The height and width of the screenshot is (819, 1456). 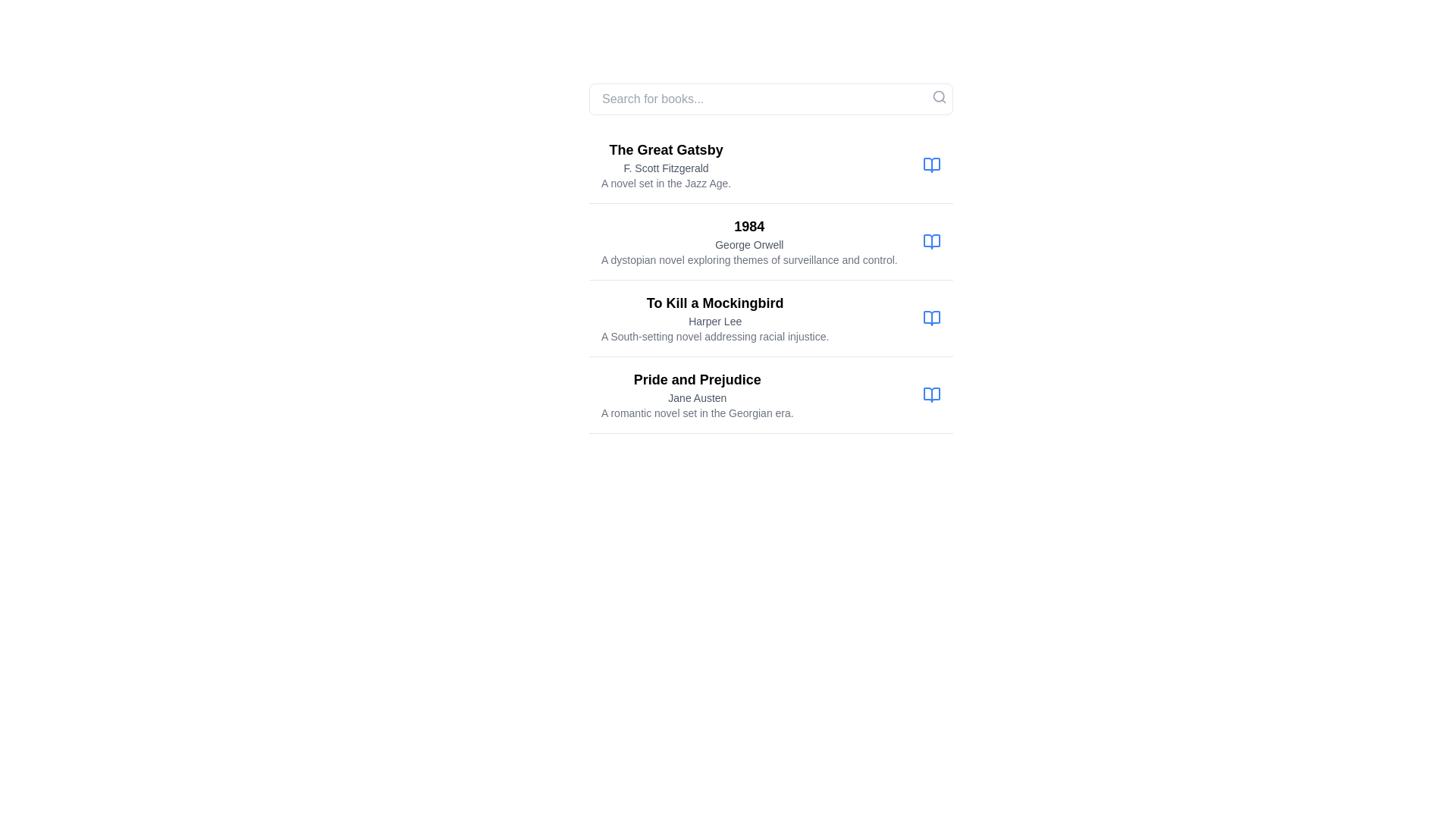 I want to click on the action icon located at the far right of the row displaying information about the book '1984' by George Orwell, so click(x=930, y=241).